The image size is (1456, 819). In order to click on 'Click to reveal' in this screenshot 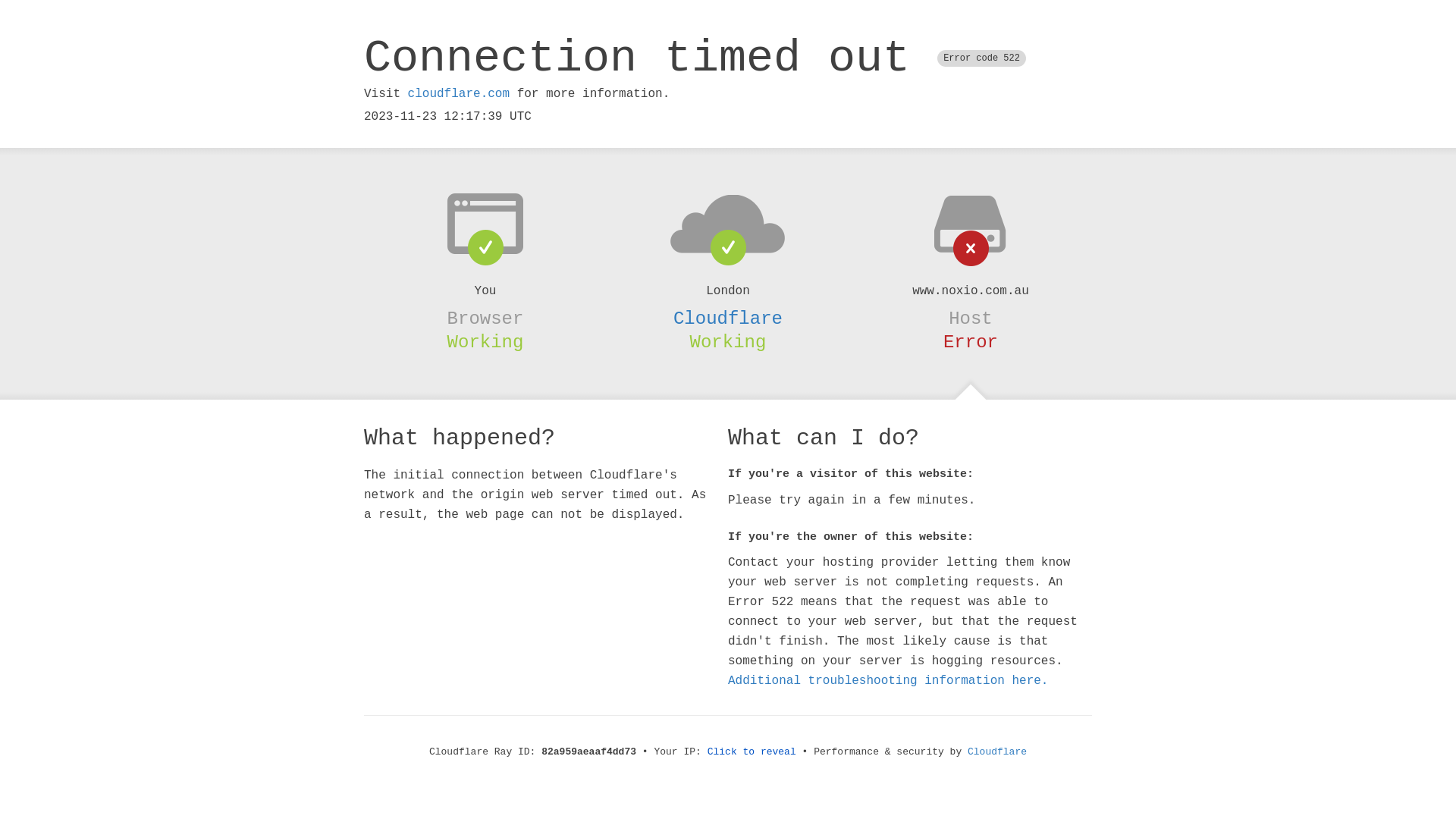, I will do `click(752, 752)`.